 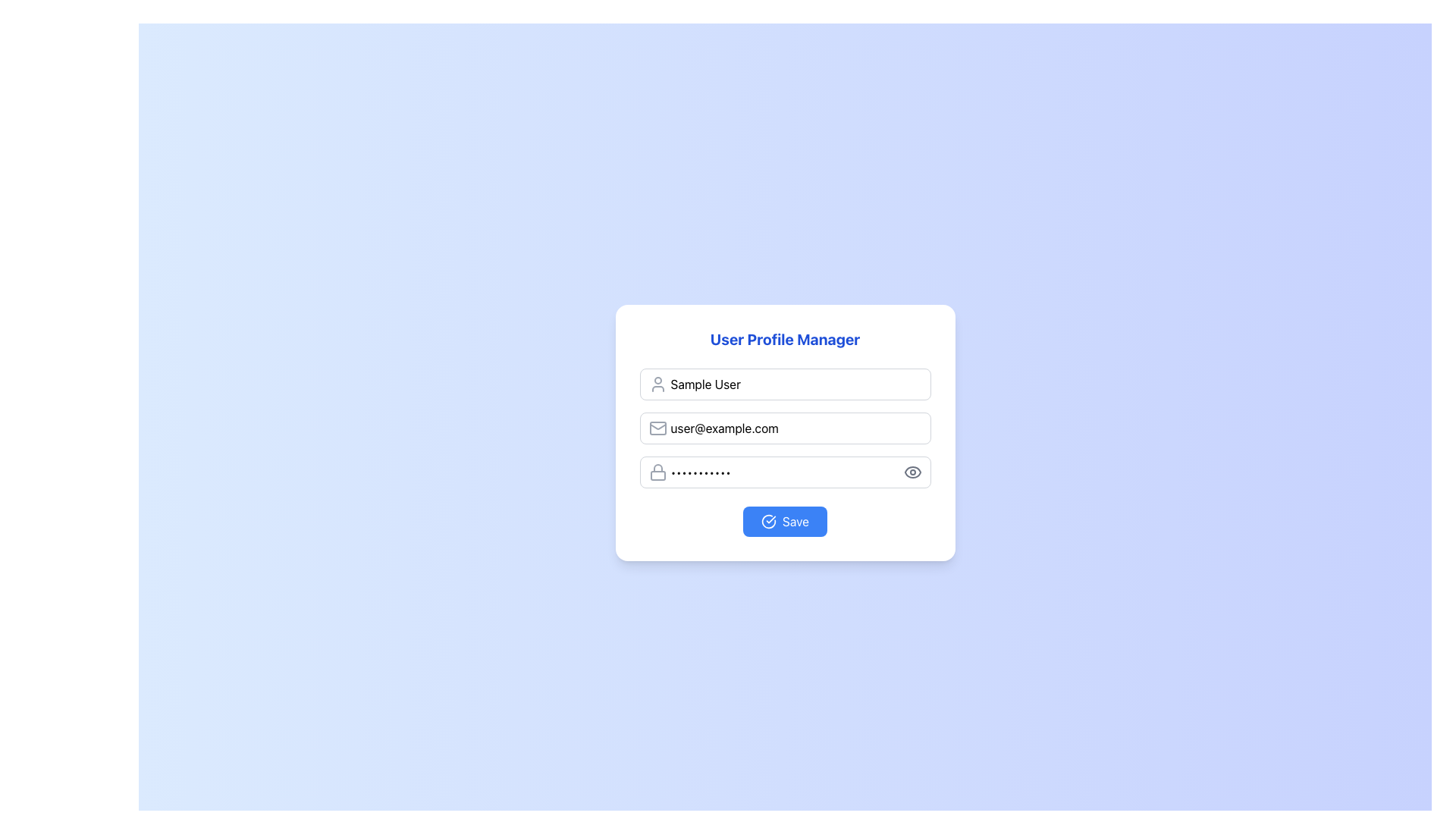 What do you see at coordinates (785, 520) in the screenshot?
I see `the save button located at the bottom of the 'User Profile Manager' modal` at bounding box center [785, 520].